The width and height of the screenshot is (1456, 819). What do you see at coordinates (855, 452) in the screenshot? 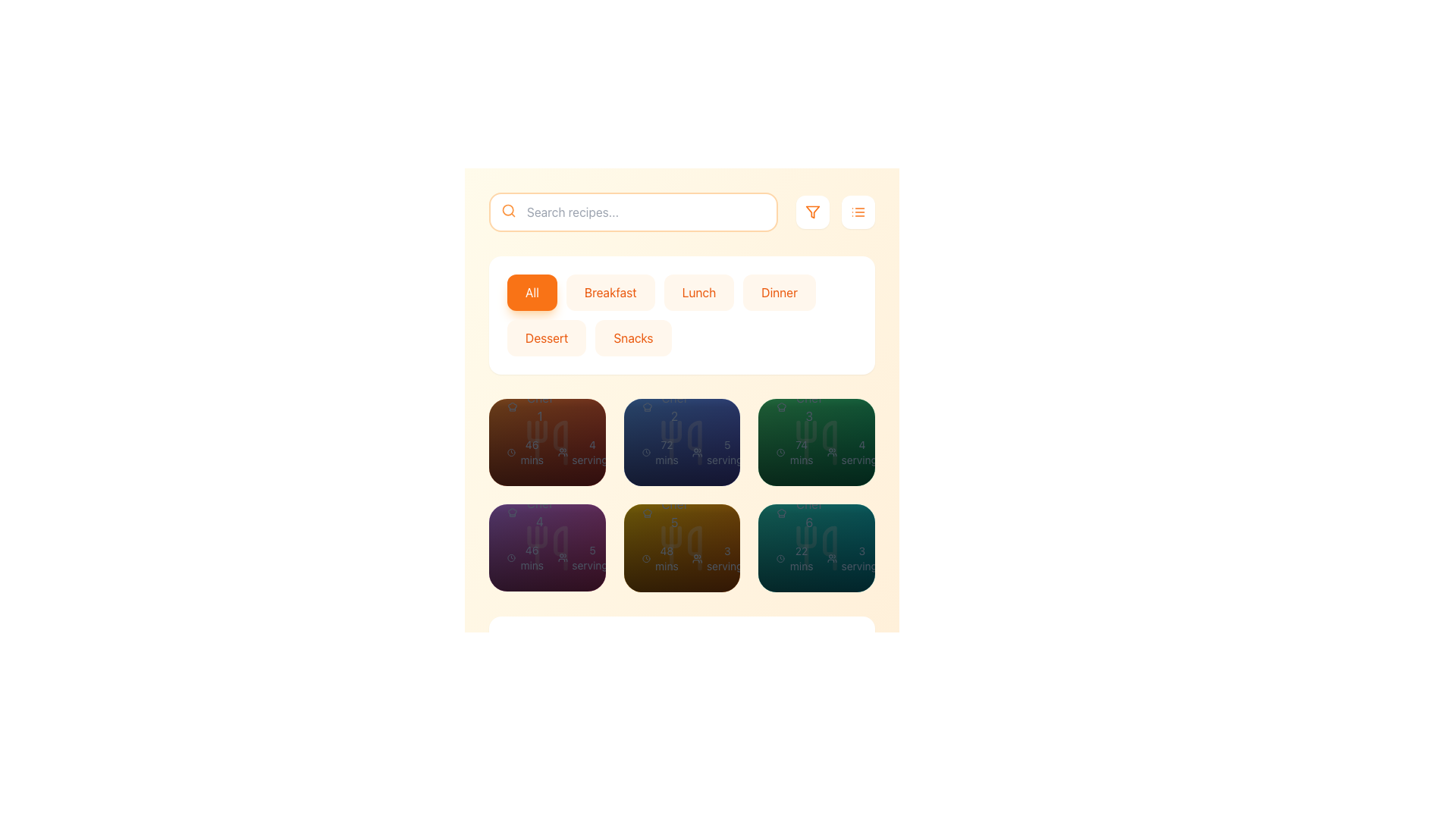
I see `the informational text element that provides the number of servings for the recipe, located in the fourth column of the top row, second in the grid cell after '74 mins'` at bounding box center [855, 452].